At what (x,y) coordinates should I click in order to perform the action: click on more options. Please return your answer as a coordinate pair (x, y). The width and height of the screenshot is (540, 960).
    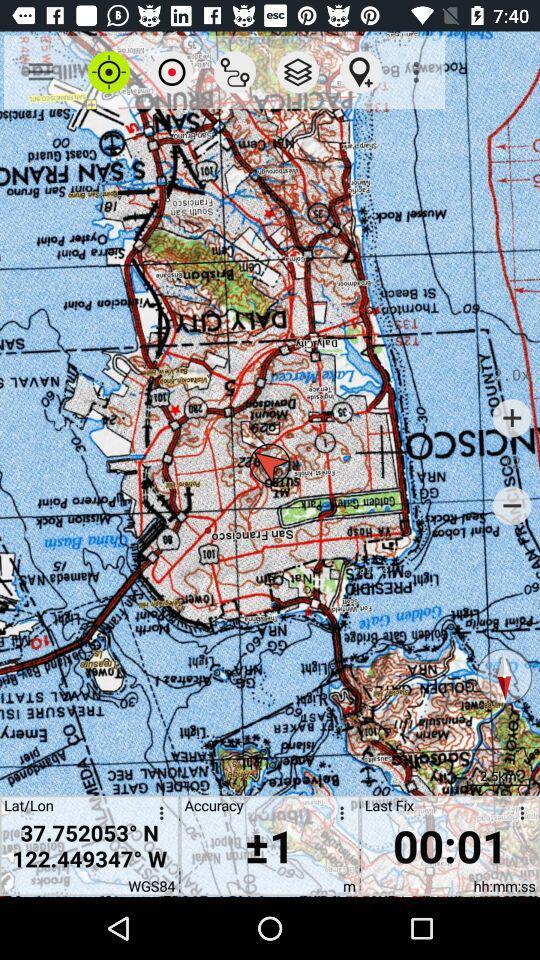
    Looking at the image, I should click on (157, 816).